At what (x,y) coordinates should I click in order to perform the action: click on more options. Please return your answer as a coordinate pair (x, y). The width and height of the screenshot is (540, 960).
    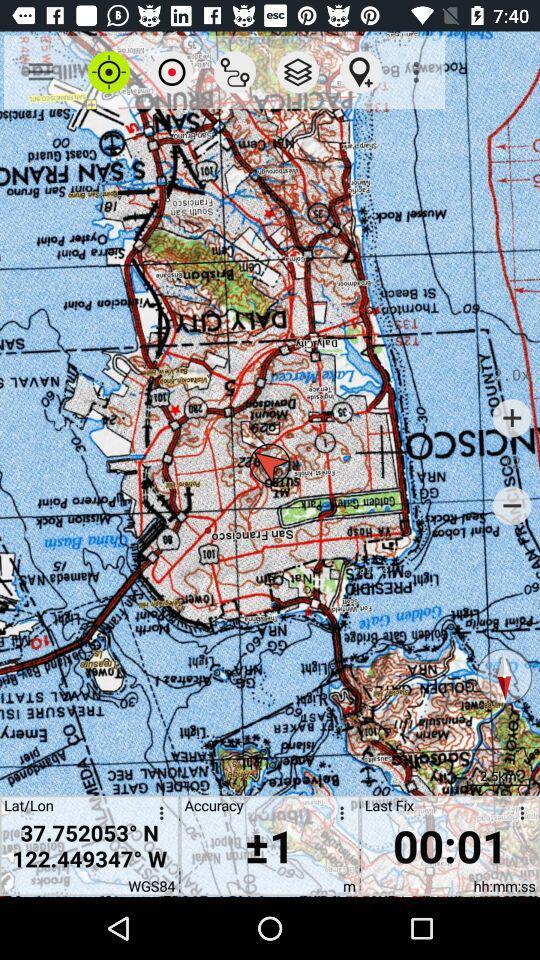
    Looking at the image, I should click on (157, 816).